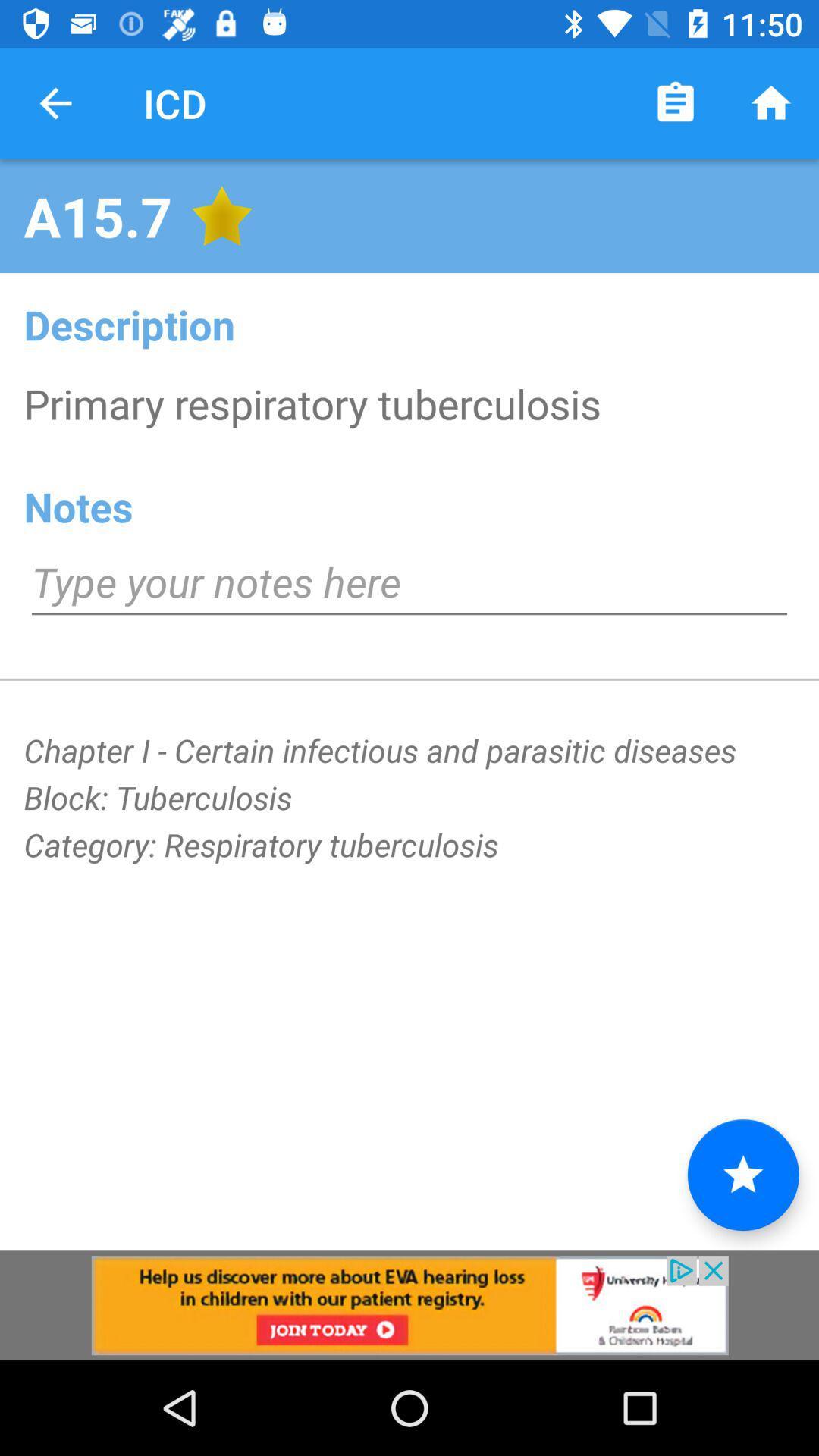 The height and width of the screenshot is (1456, 819). I want to click on the star icon, so click(742, 1174).